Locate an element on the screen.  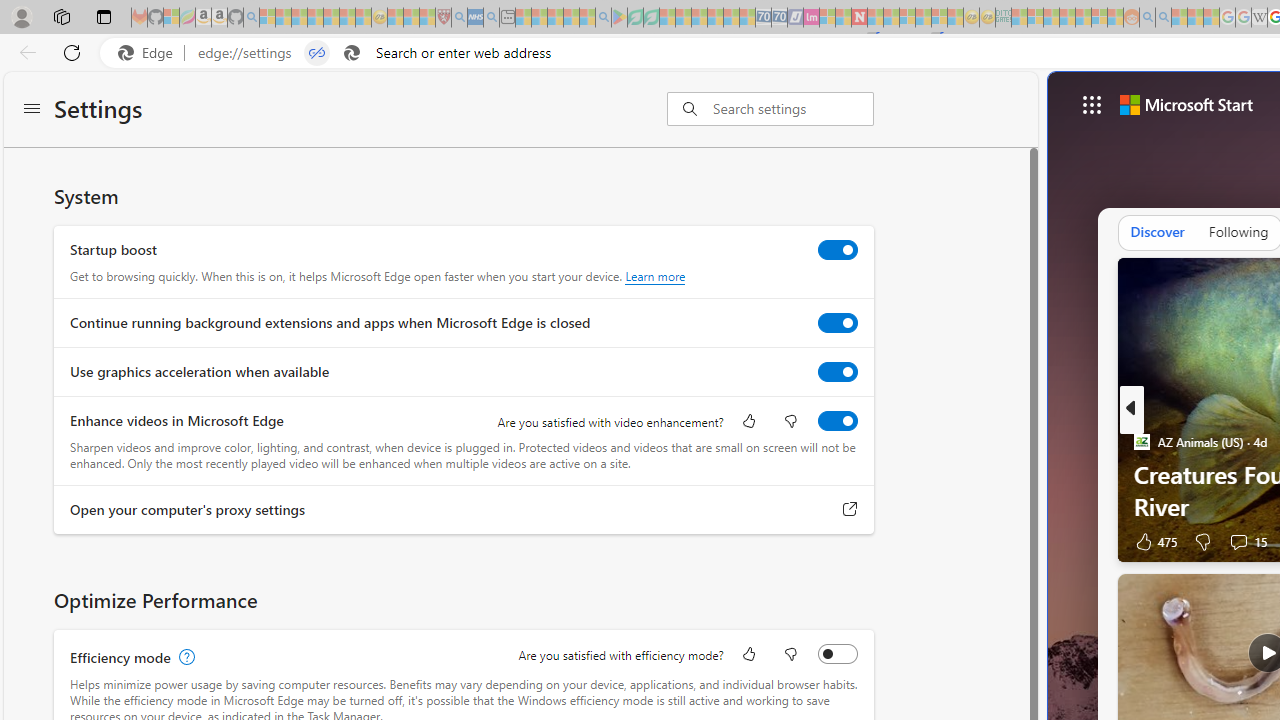
'View comments 15 Comment' is located at coordinates (1246, 541).